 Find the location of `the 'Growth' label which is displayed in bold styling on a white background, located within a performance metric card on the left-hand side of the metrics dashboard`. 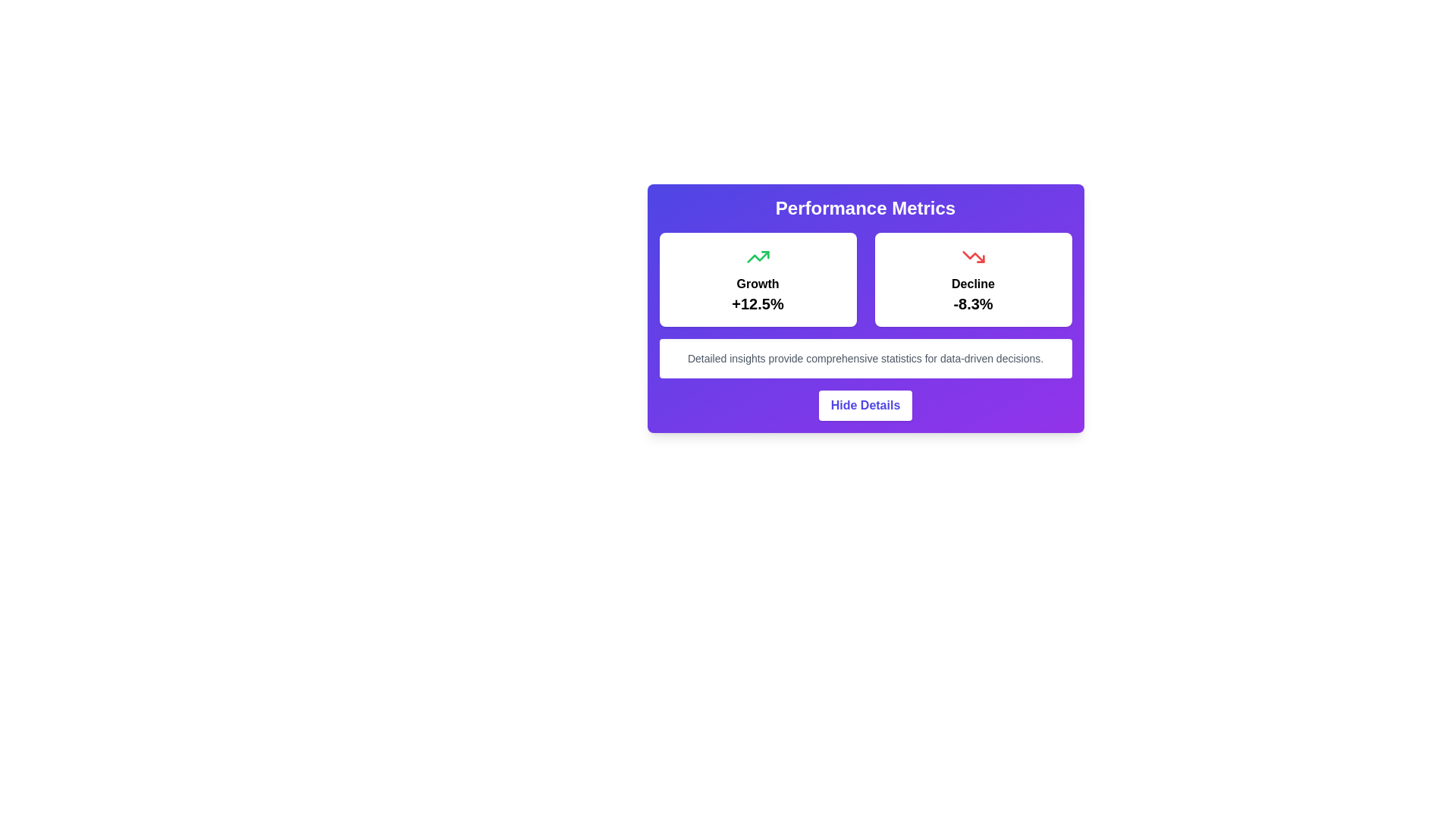

the 'Growth' label which is displayed in bold styling on a white background, located within a performance metric card on the left-hand side of the metrics dashboard is located at coordinates (758, 284).